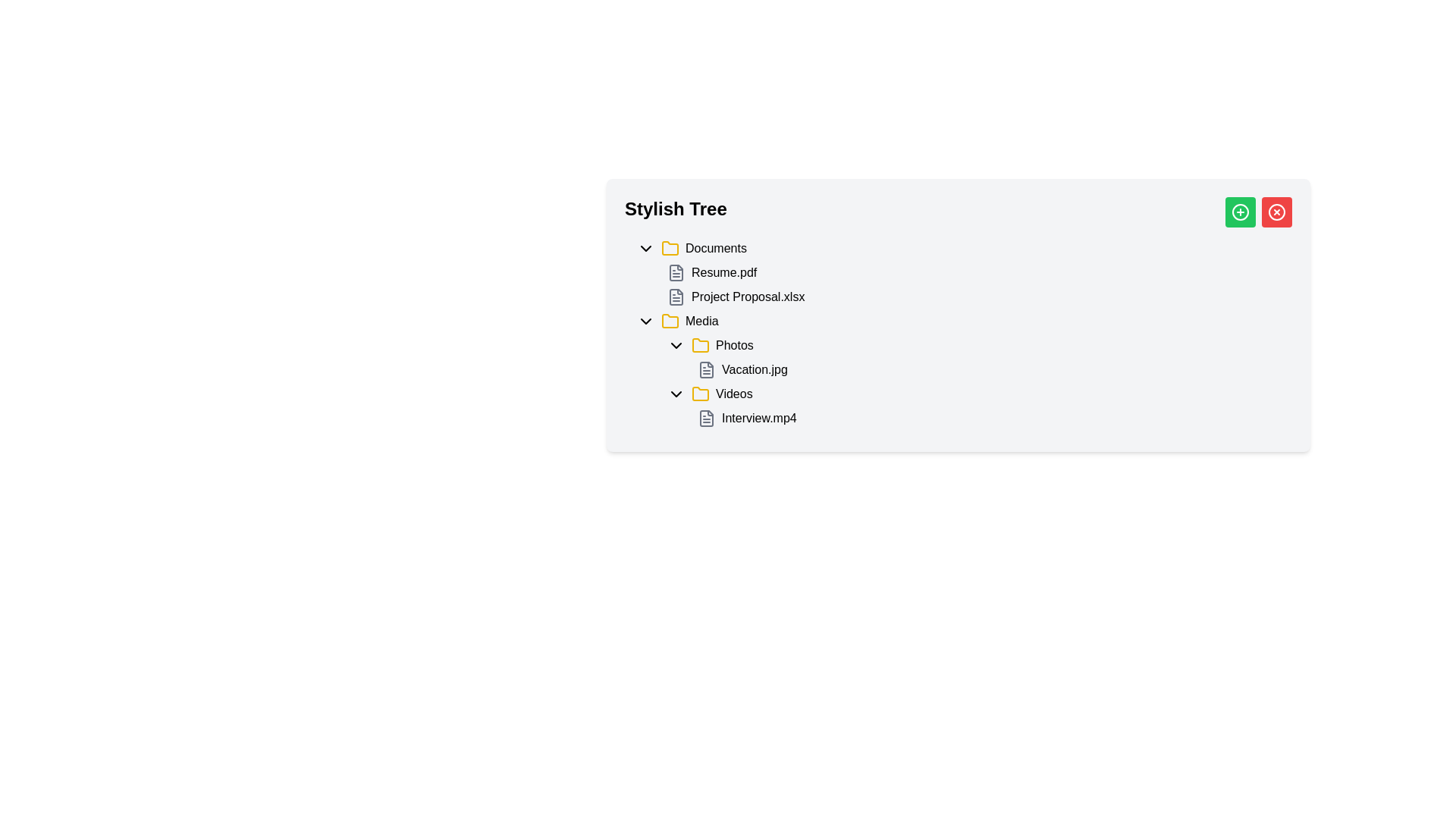  I want to click on the button located in the first row under the 'Stylish Tree' heading next to the 'Documents' label, so click(645, 247).